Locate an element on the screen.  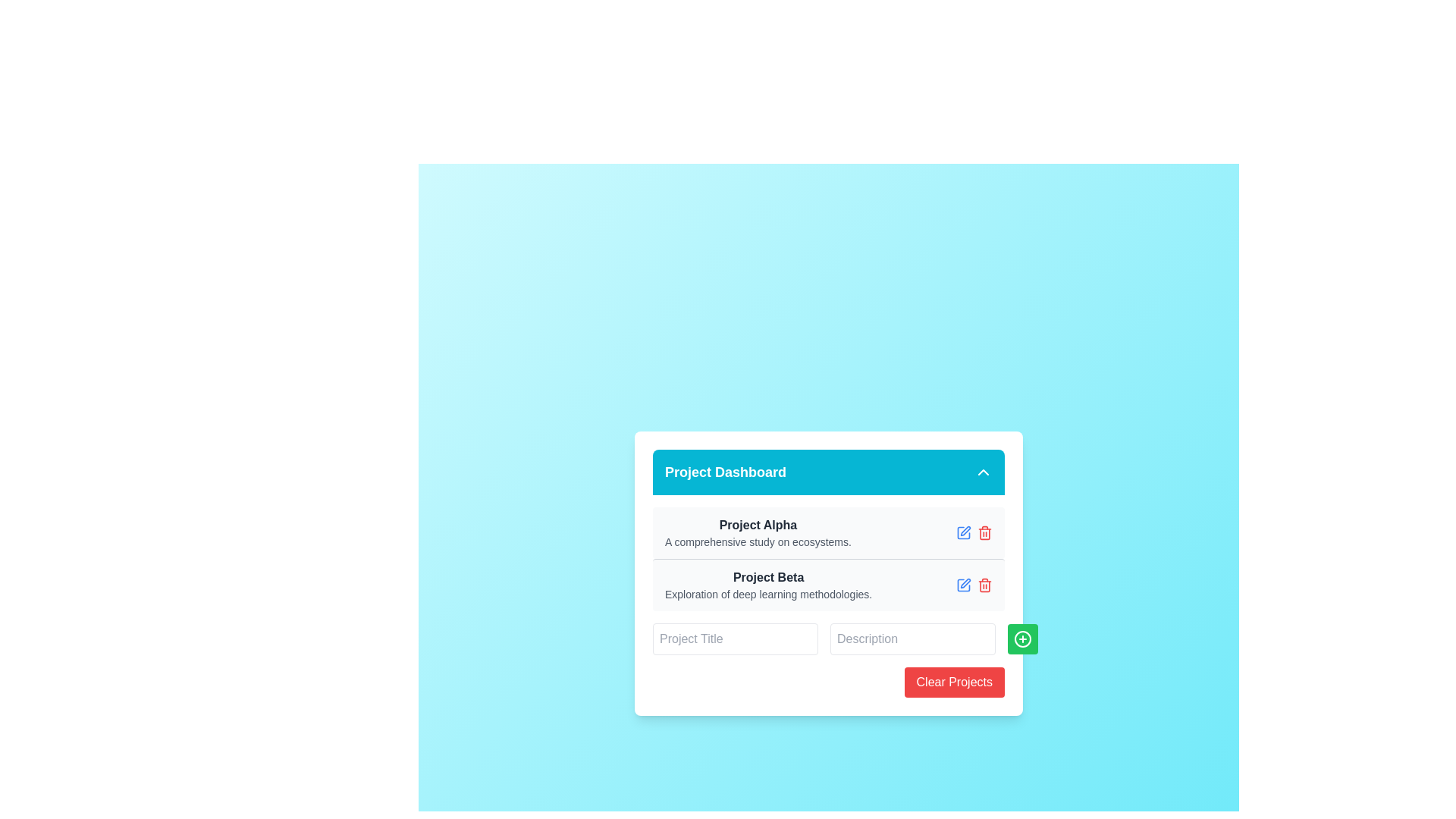
the small rounded square icon in the 'Project Beta' entry of the project list on the dashboard is located at coordinates (963, 584).